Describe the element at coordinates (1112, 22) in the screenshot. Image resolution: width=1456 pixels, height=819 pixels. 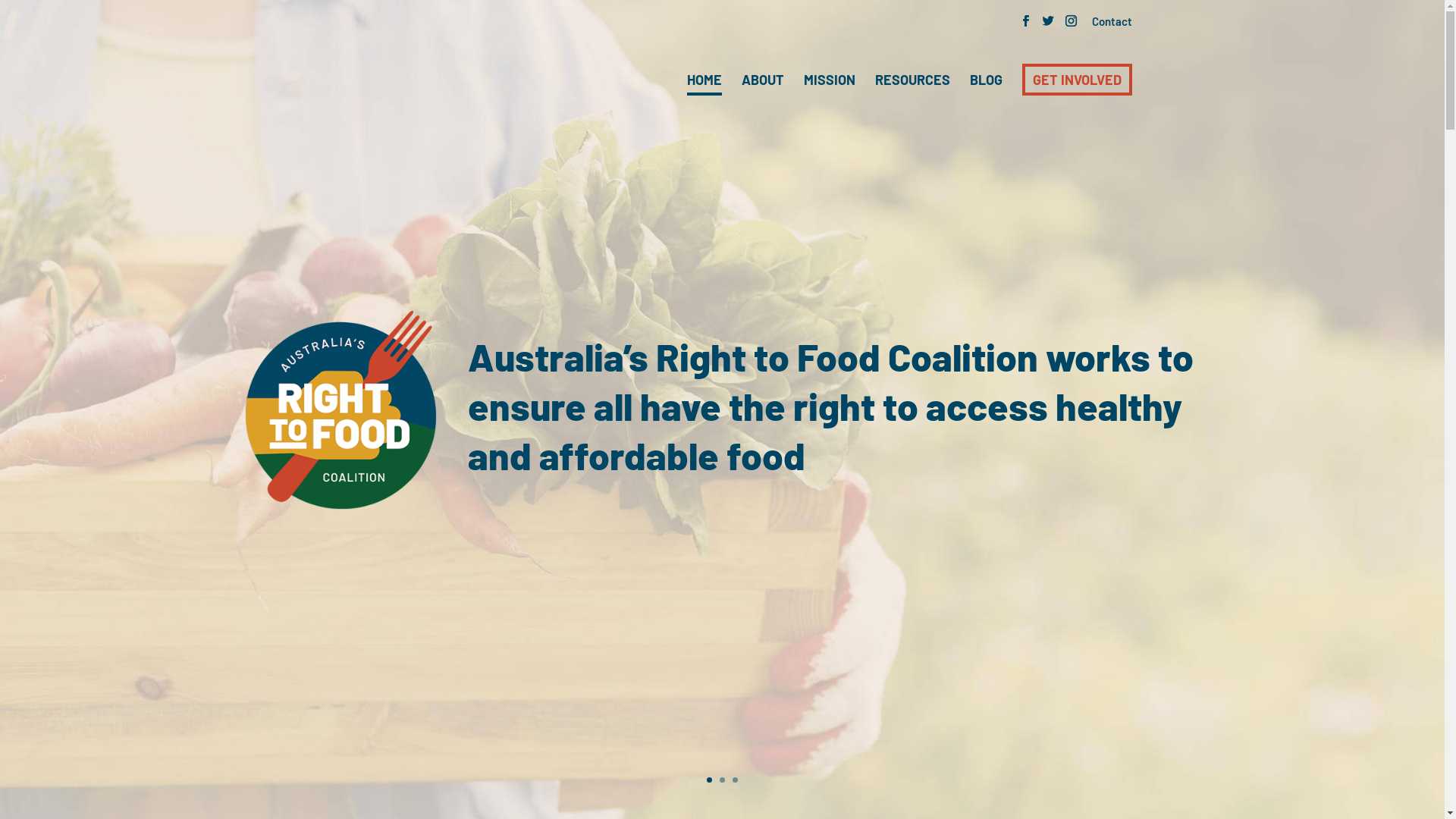
I see `'Contact'` at that location.